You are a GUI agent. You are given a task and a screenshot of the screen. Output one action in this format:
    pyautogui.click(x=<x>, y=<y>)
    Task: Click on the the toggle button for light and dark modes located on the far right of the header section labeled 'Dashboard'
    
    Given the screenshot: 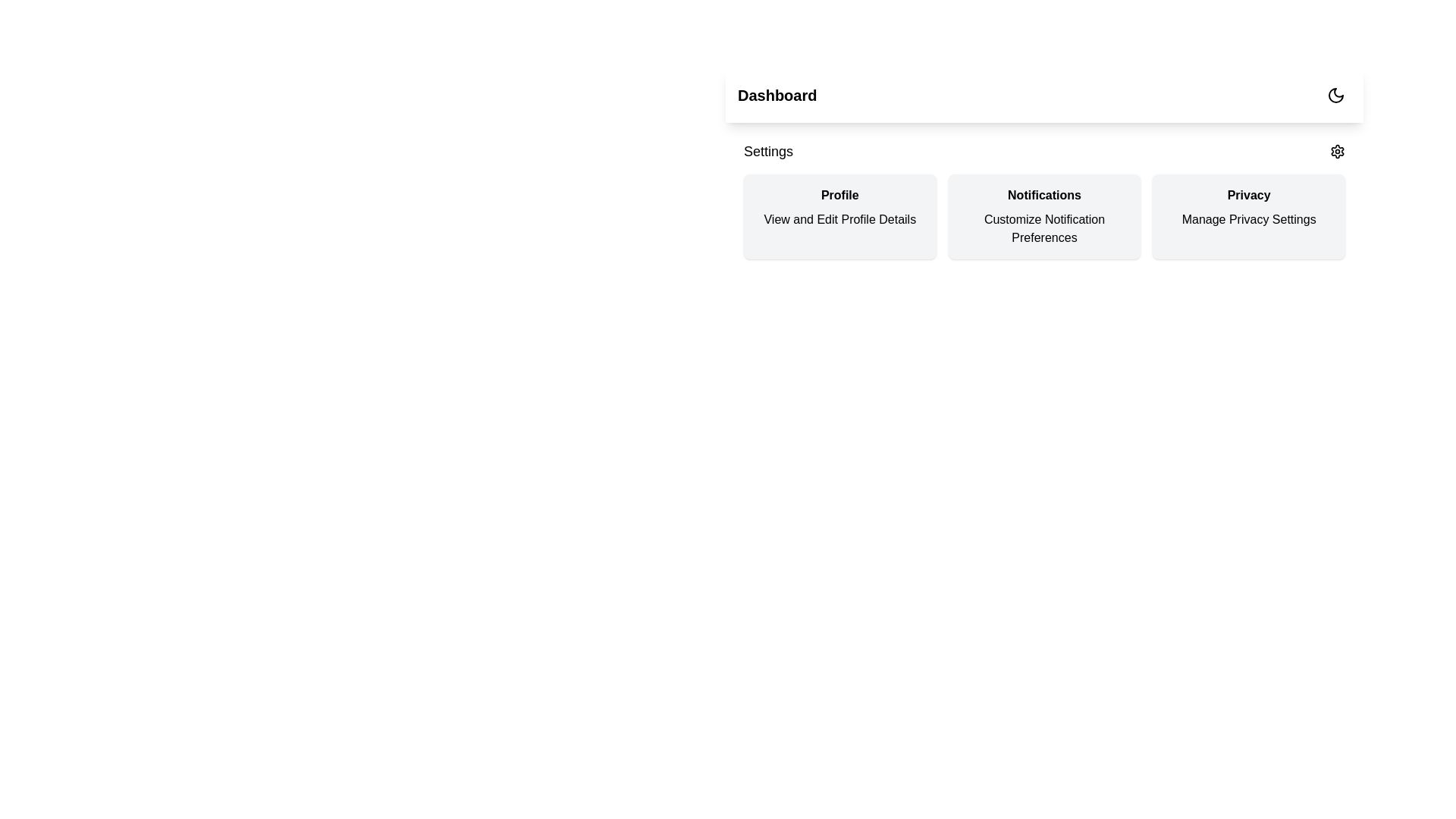 What is the action you would take?
    pyautogui.click(x=1335, y=96)
    